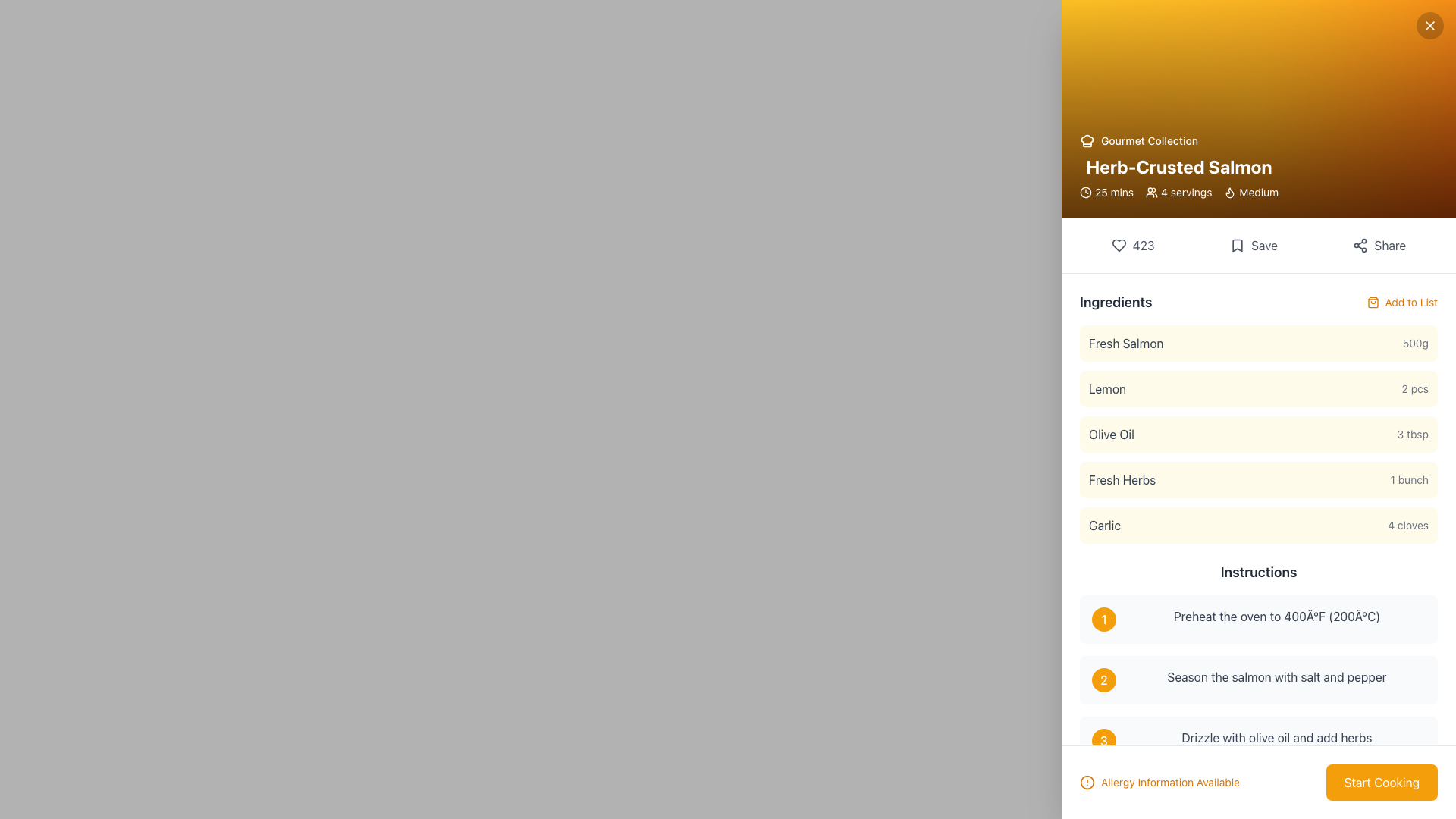 This screenshot has width=1456, height=819. I want to click on the save button with an icon and text label, located between the '423' count button and the 'Share' button, in the upper section of the interface below the title 'Herb-Crusted Salmon', so click(1254, 245).